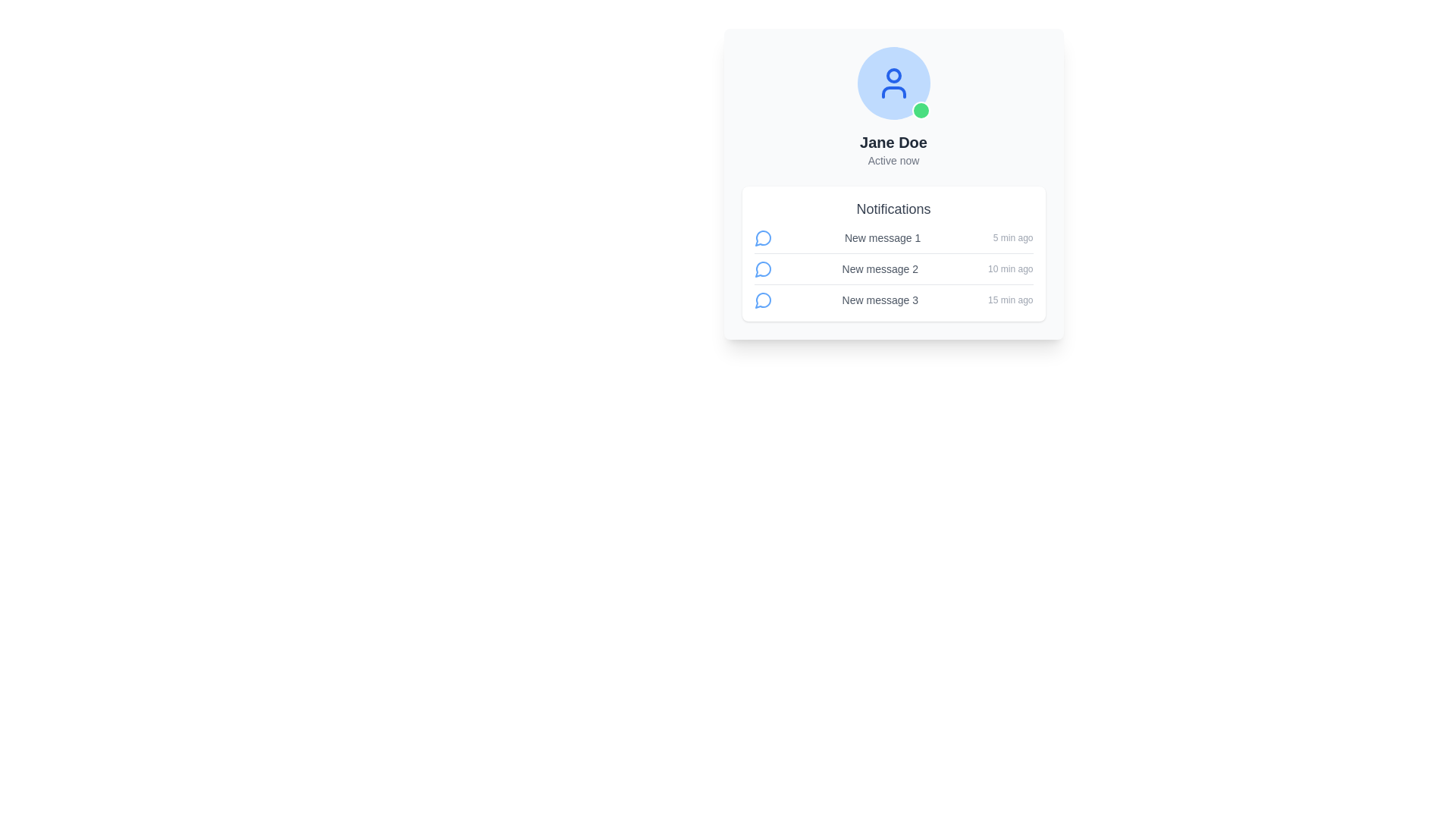  Describe the element at coordinates (1013, 237) in the screenshot. I see `the small text label displaying '5 min ago'` at that location.